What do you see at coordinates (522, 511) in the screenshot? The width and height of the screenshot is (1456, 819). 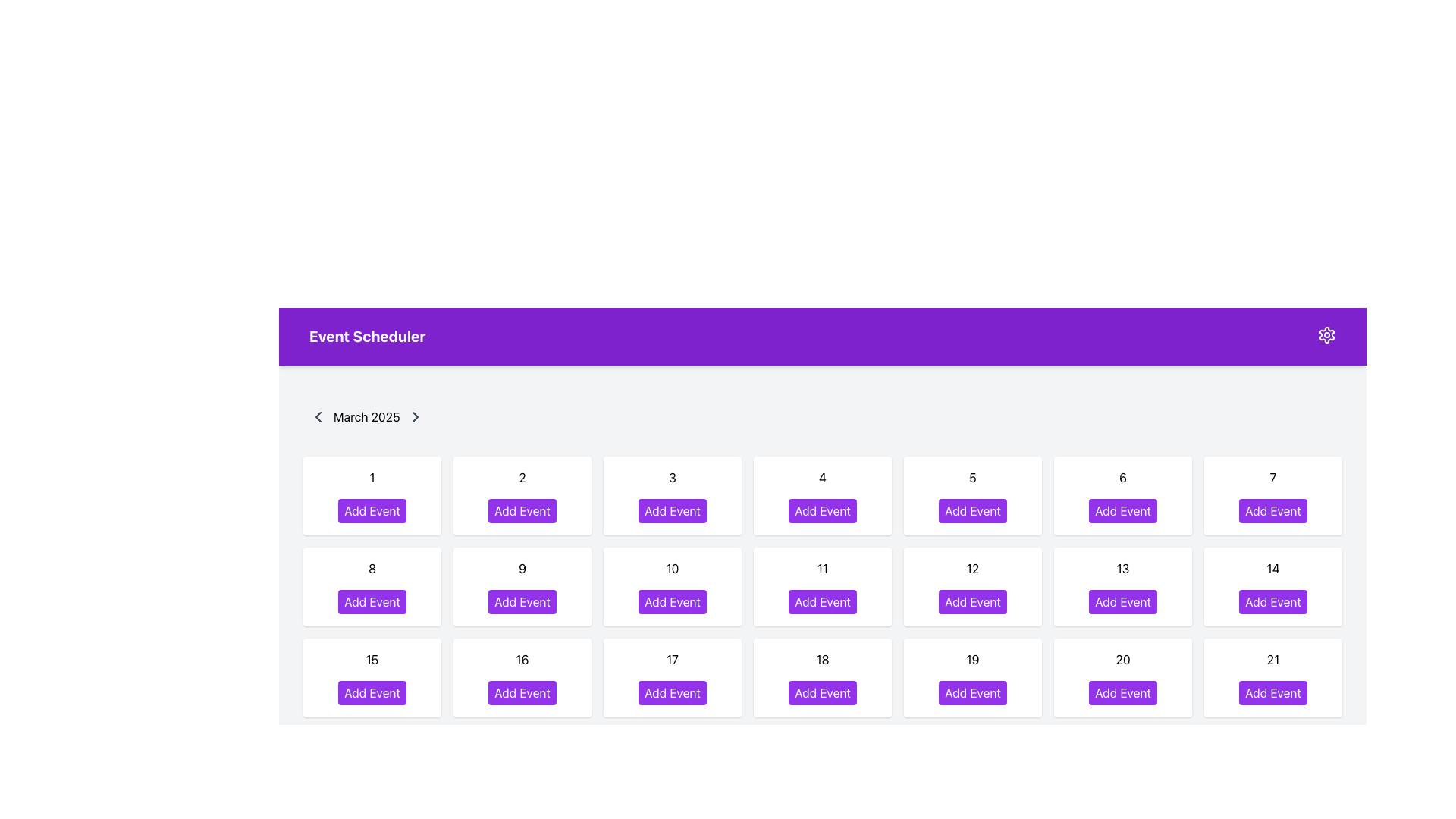 I see `the 'Add Event' button located in the second column of the first row of the grid layout, which has a purple background that darkens on hover` at bounding box center [522, 511].